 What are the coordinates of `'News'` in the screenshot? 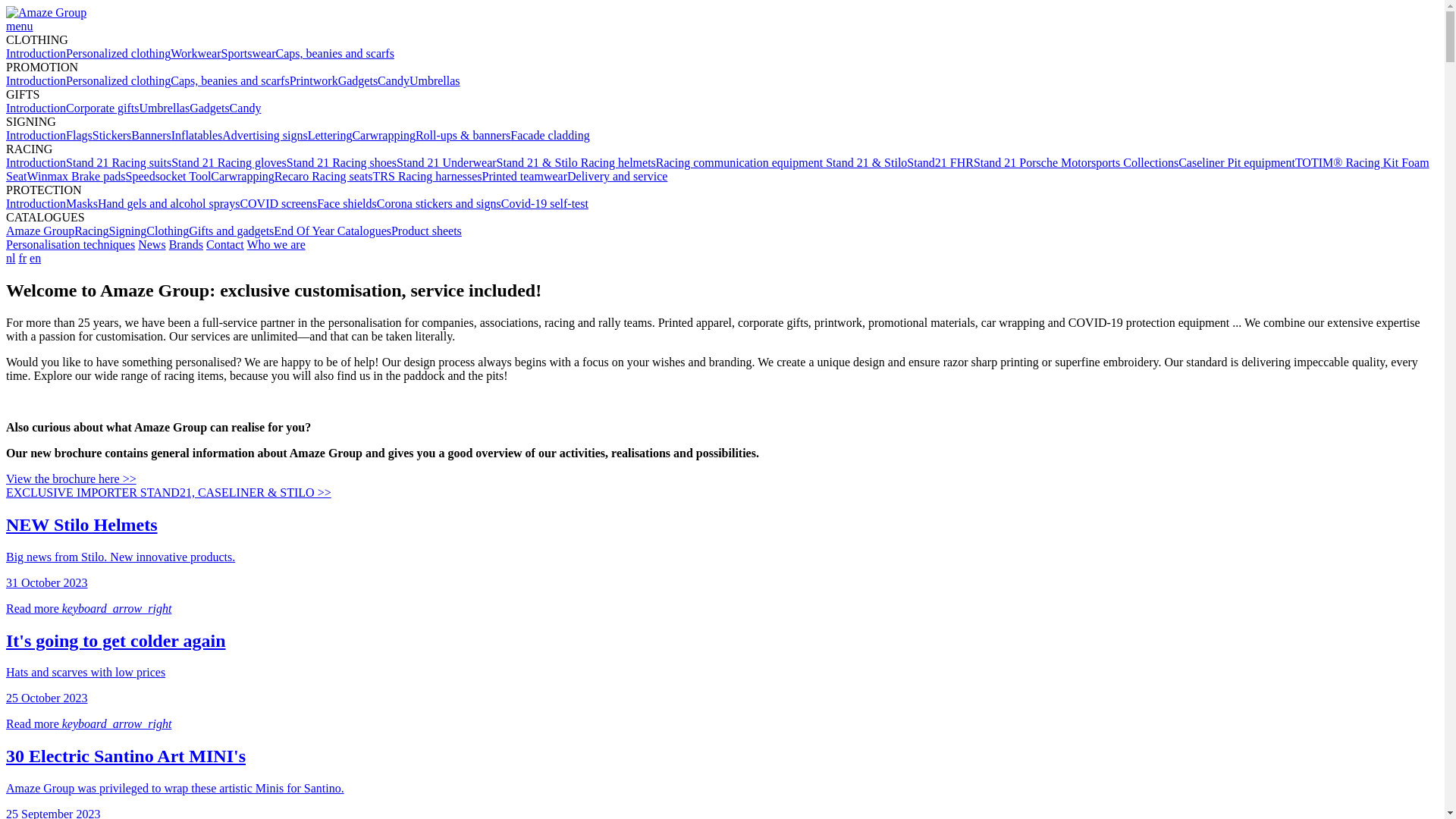 It's located at (152, 243).